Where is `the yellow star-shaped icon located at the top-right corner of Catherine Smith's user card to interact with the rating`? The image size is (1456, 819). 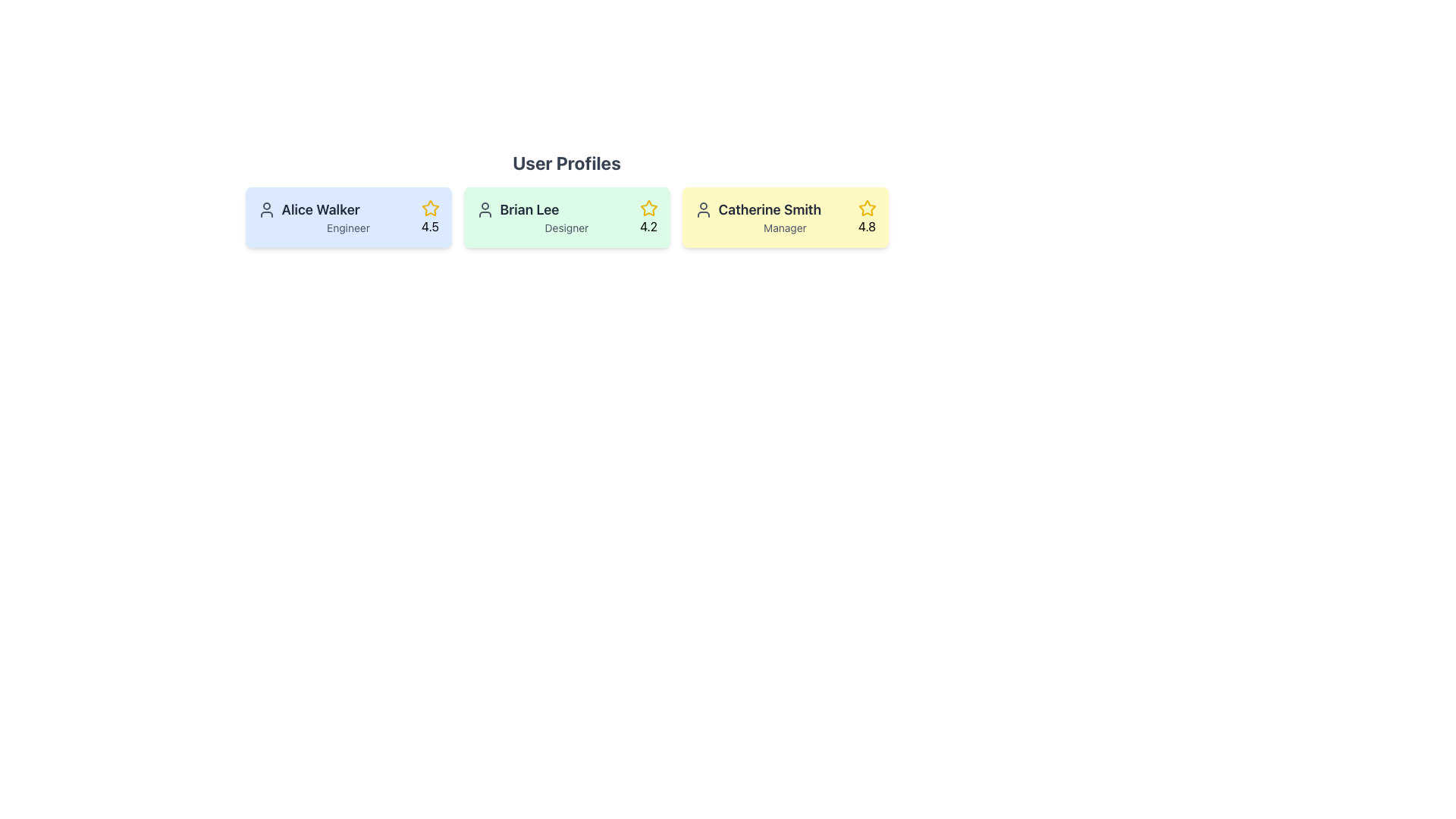
the yellow star-shaped icon located at the top-right corner of Catherine Smith's user card to interact with the rating is located at coordinates (867, 208).